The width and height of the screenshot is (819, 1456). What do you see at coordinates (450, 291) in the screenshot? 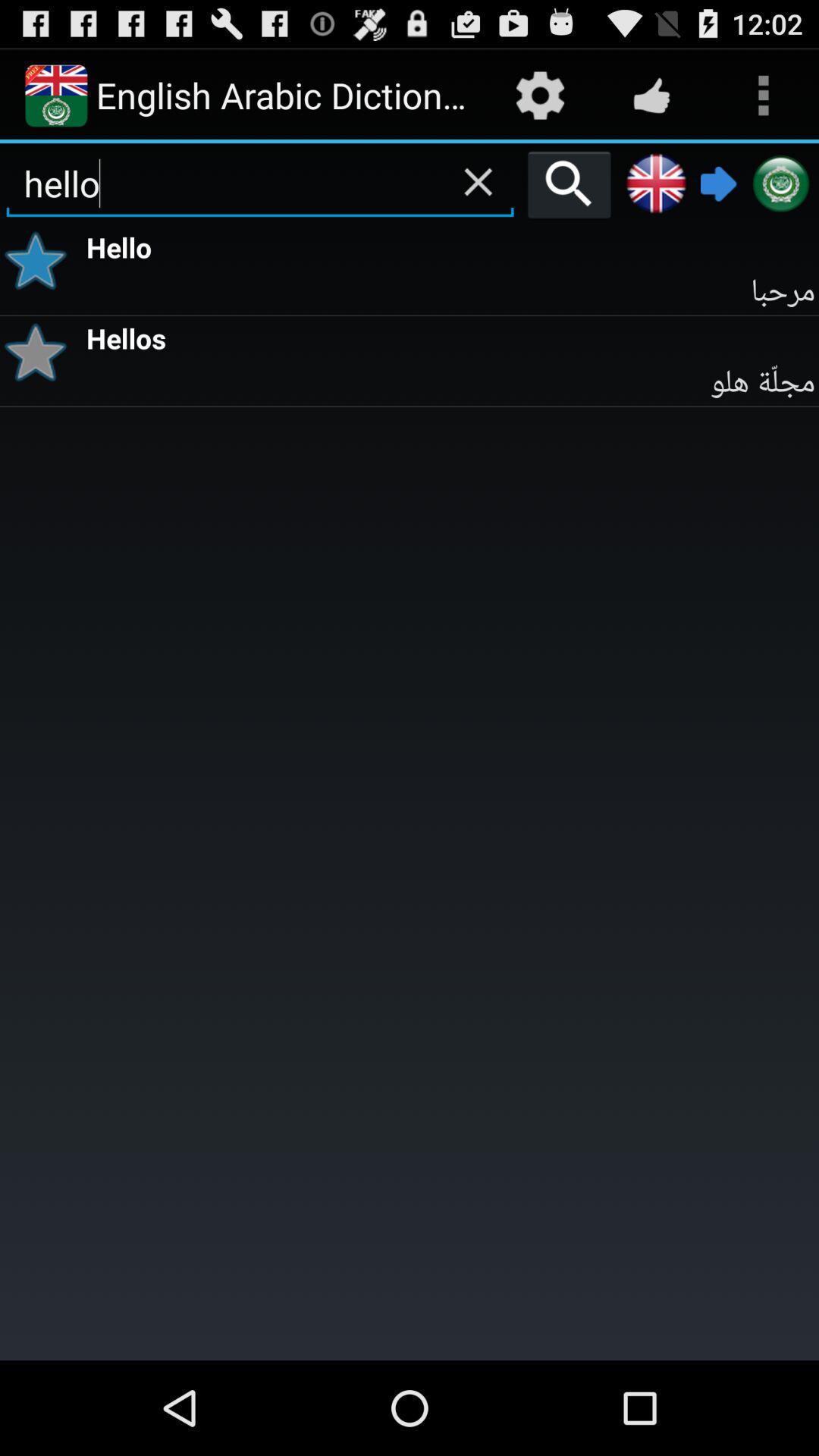
I see `app below the hello` at bounding box center [450, 291].